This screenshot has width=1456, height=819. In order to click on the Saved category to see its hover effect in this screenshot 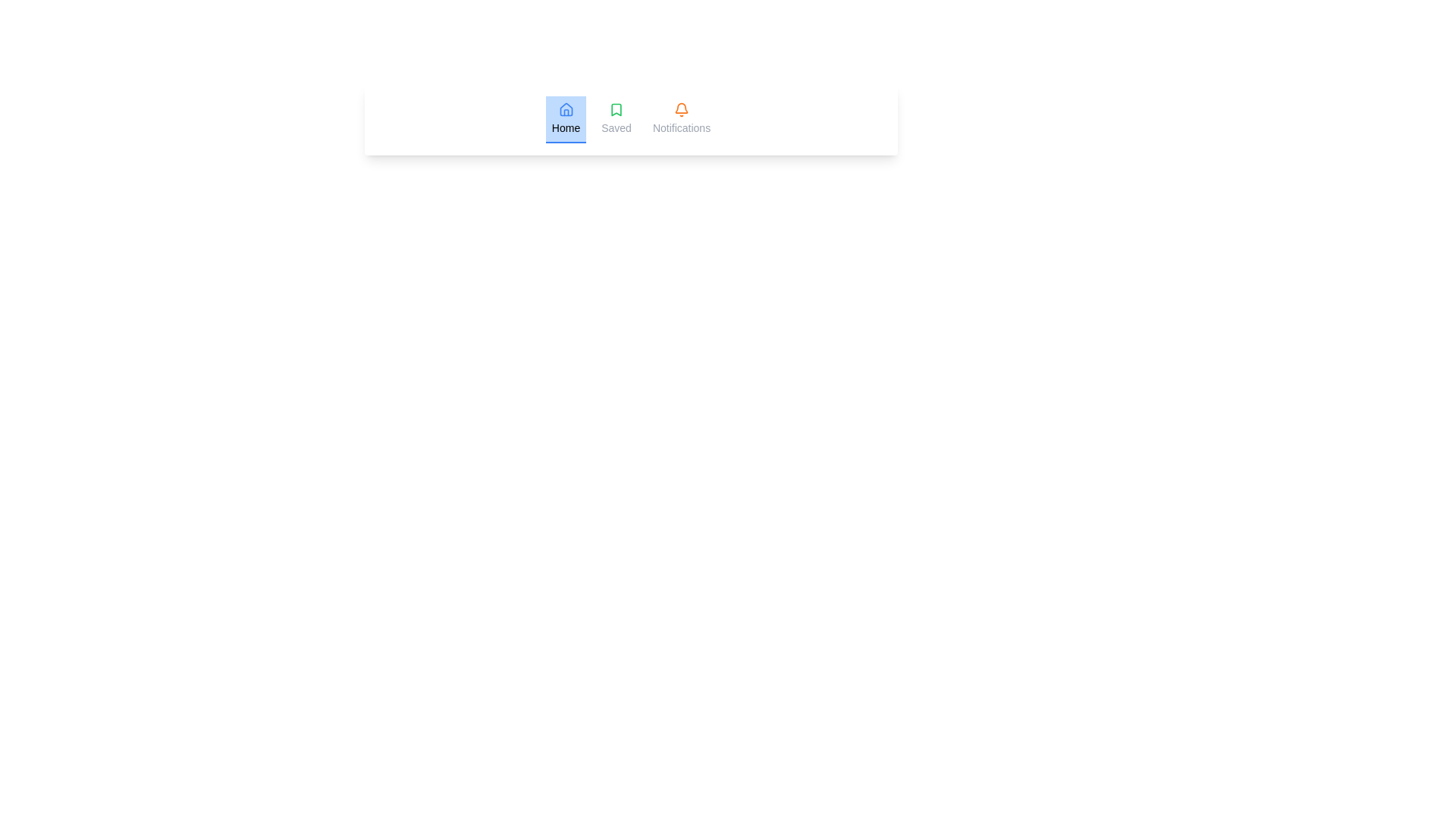, I will do `click(617, 119)`.